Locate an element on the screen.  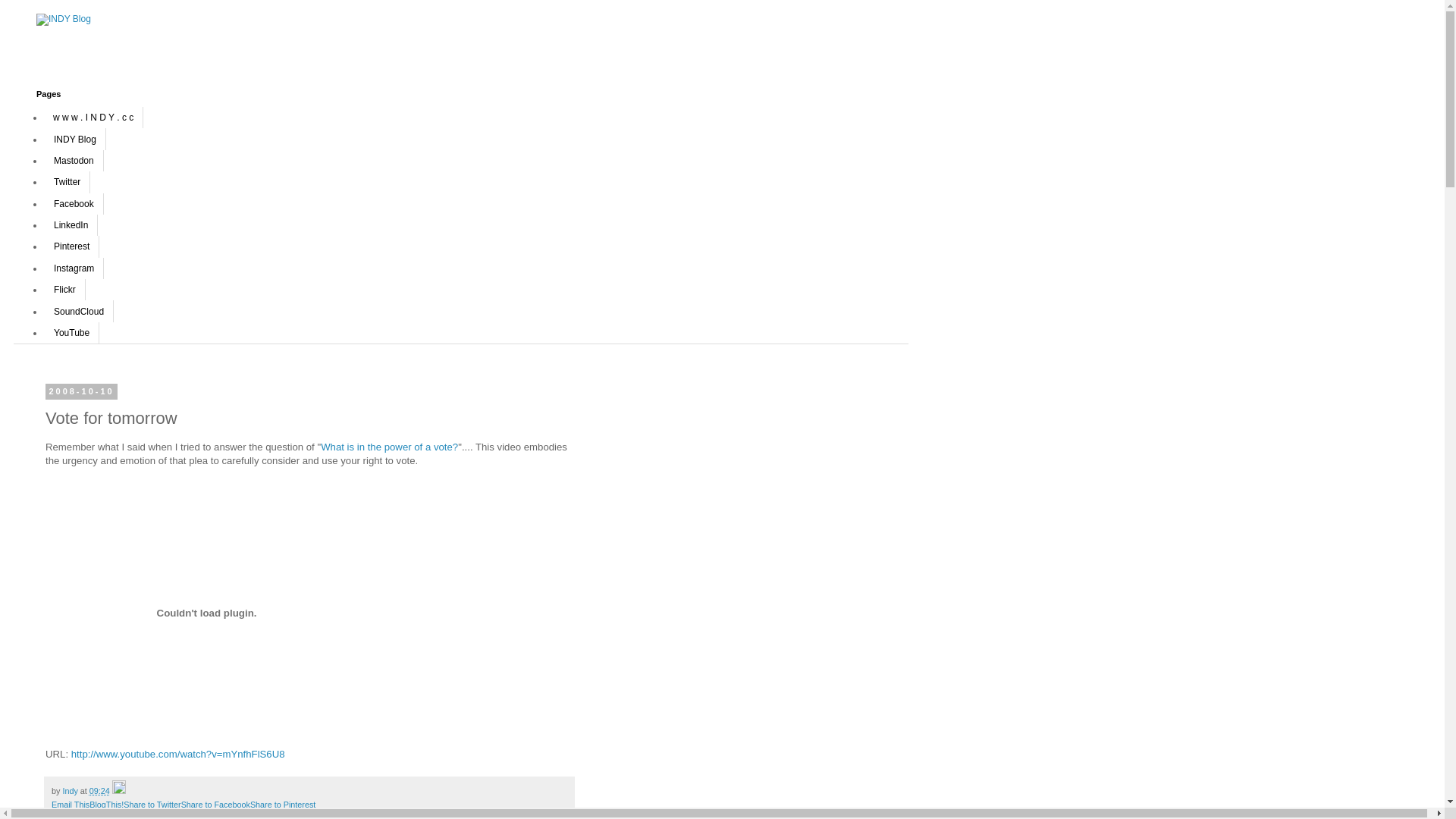
'Twitter' is located at coordinates (43, 180).